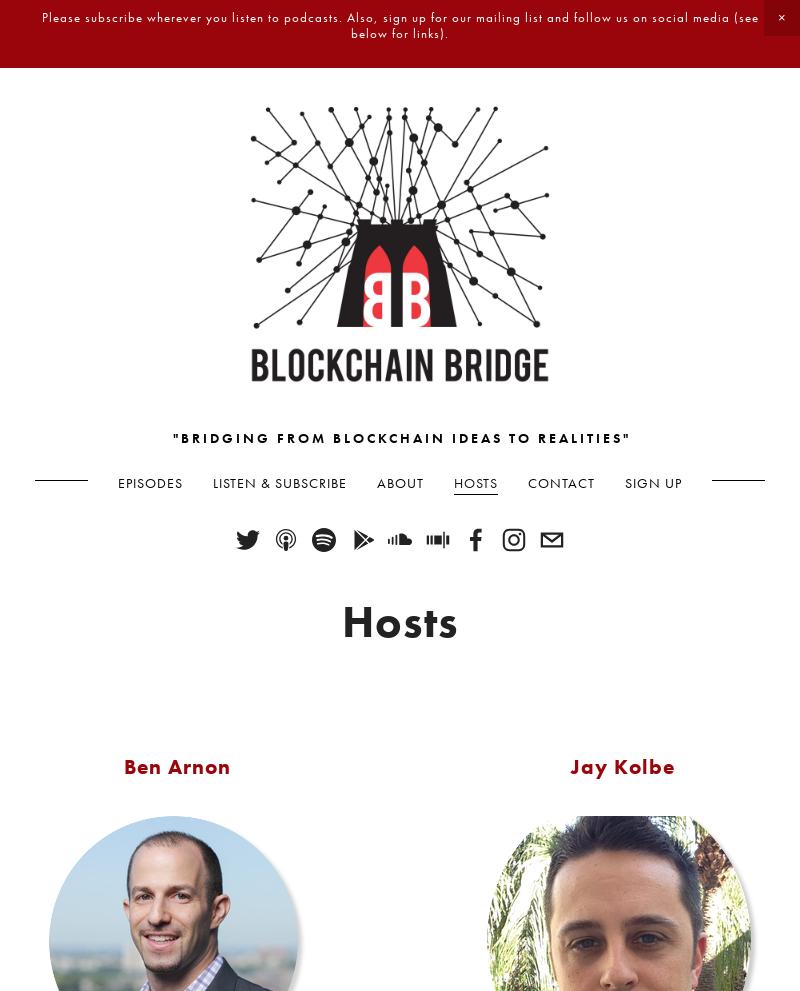 This screenshot has height=991, width=800. I want to click on 'Episodes', so click(117, 481).